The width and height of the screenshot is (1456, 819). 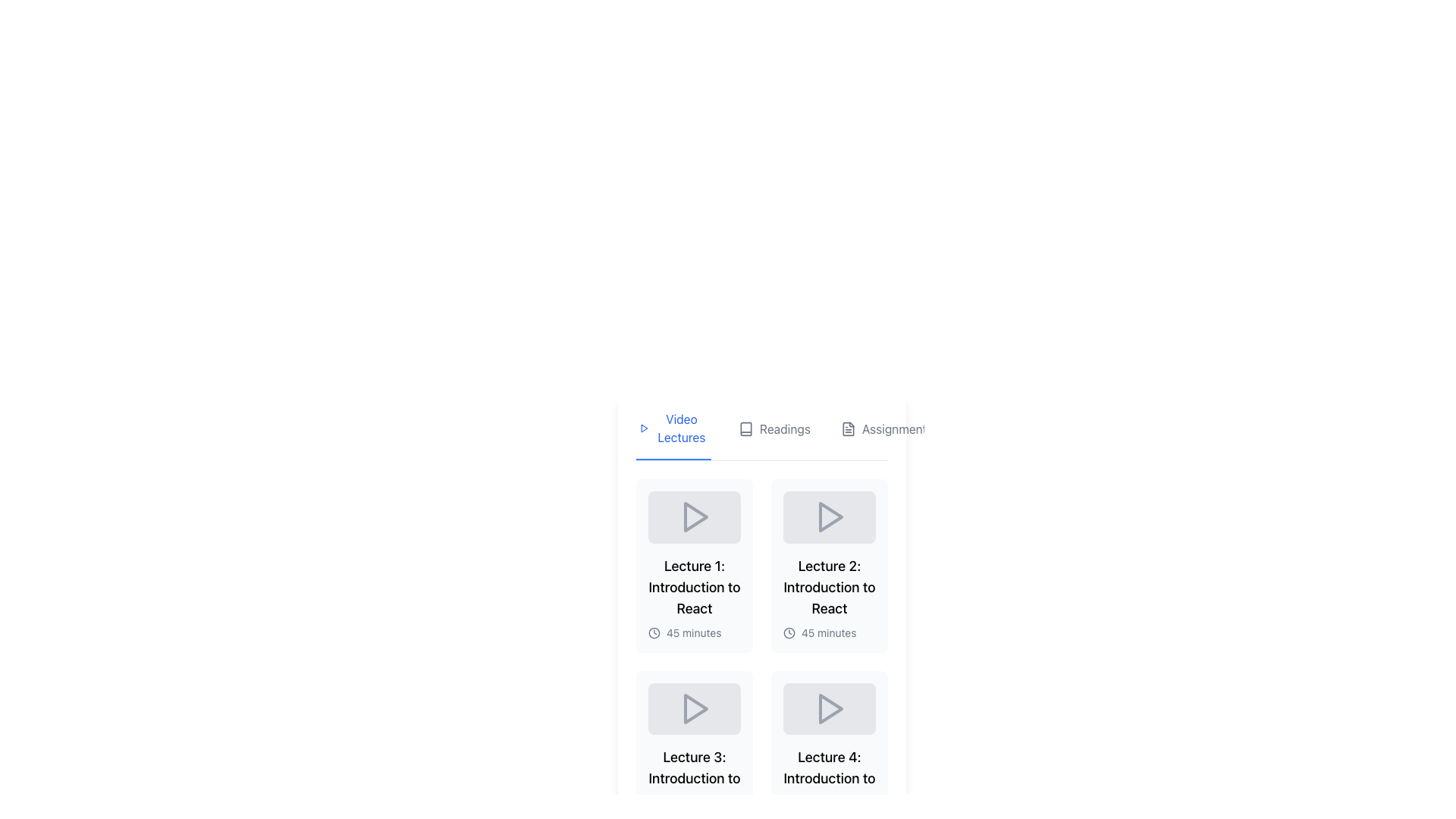 What do you see at coordinates (829, 516) in the screenshot?
I see `the triangular play icon within the 'Lecture 2: Introduction to React' card to trigger tooltips or animations` at bounding box center [829, 516].